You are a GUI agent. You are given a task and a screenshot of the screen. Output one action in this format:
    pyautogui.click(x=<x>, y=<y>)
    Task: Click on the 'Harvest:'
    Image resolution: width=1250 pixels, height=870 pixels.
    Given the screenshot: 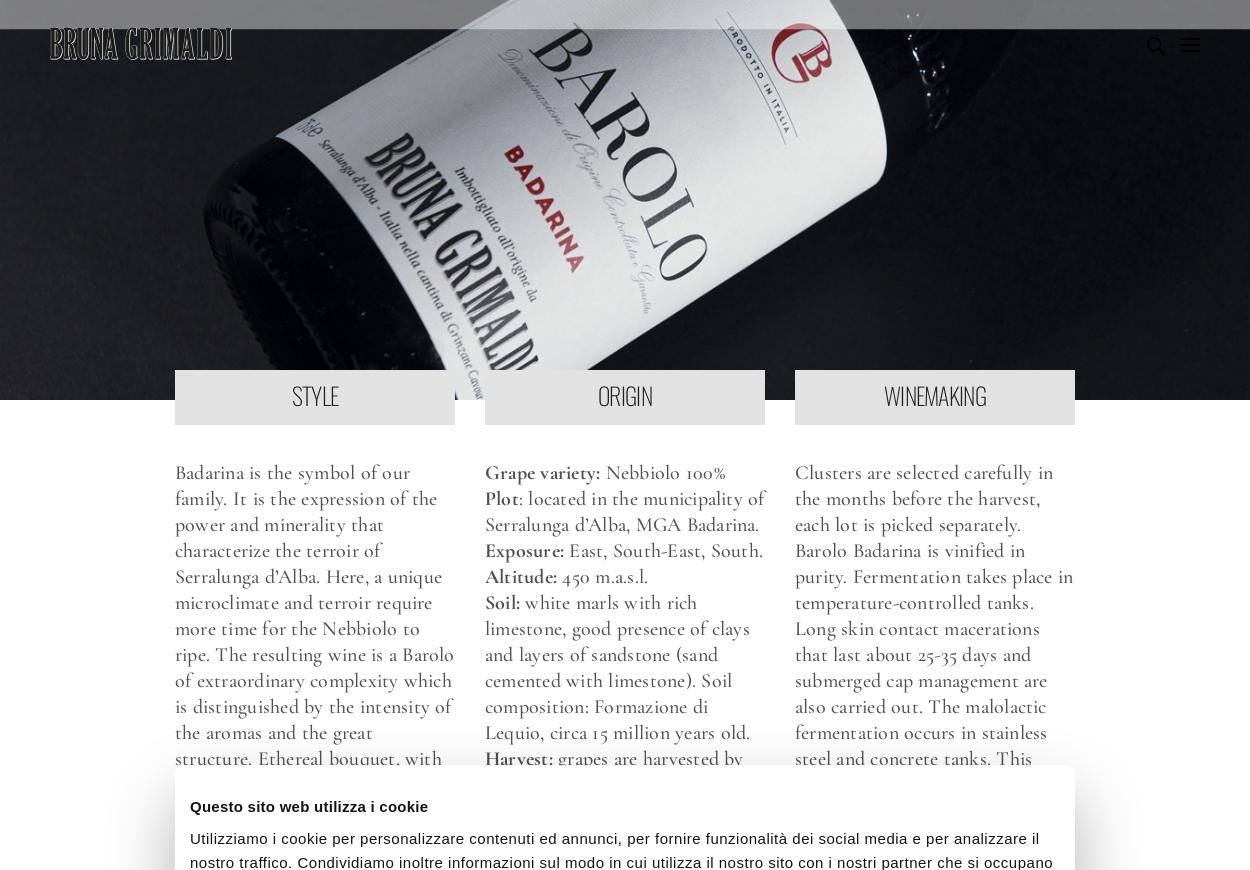 What is the action you would take?
    pyautogui.click(x=483, y=758)
    